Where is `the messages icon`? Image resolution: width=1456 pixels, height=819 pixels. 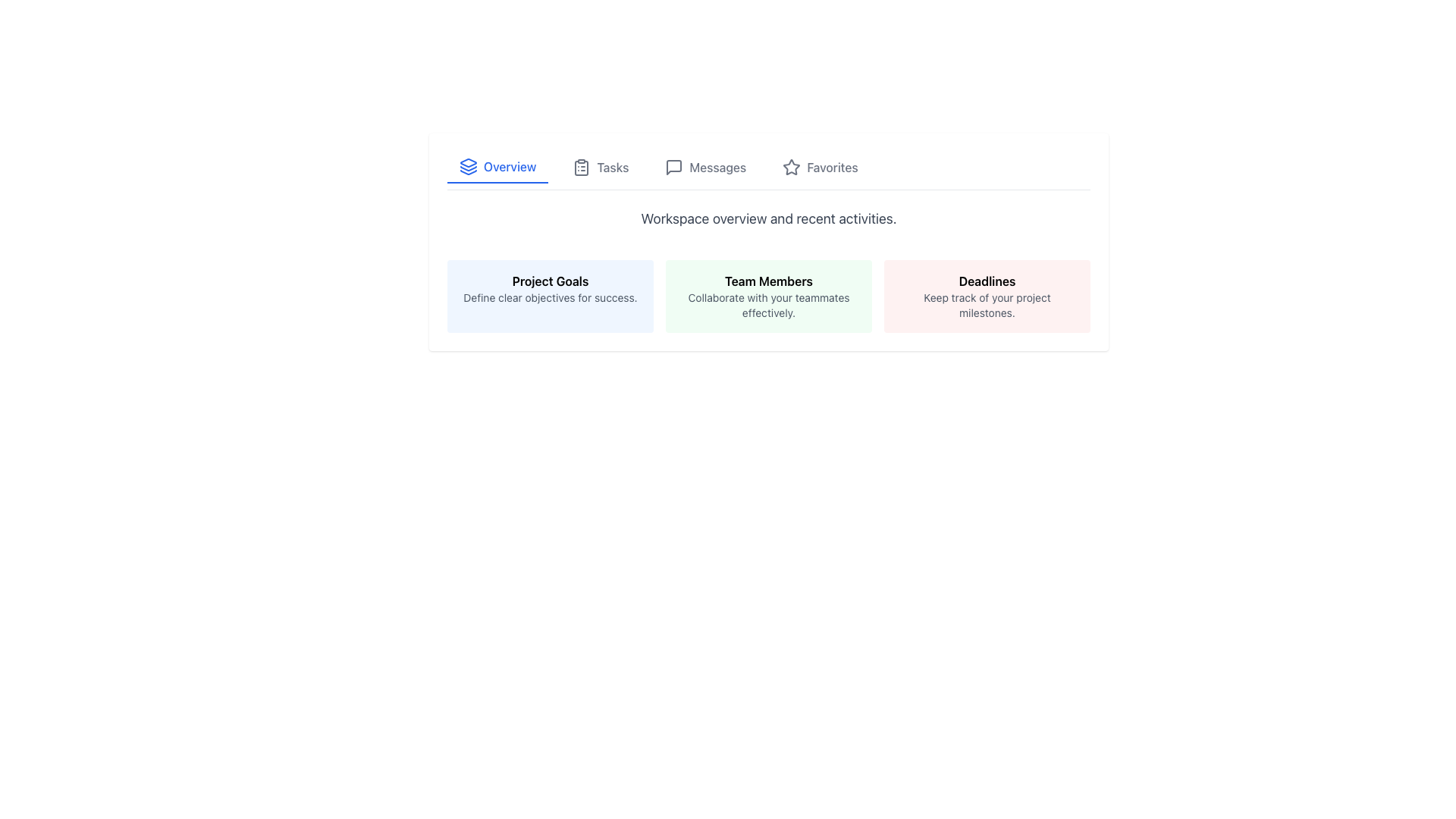
the messages icon is located at coordinates (673, 167).